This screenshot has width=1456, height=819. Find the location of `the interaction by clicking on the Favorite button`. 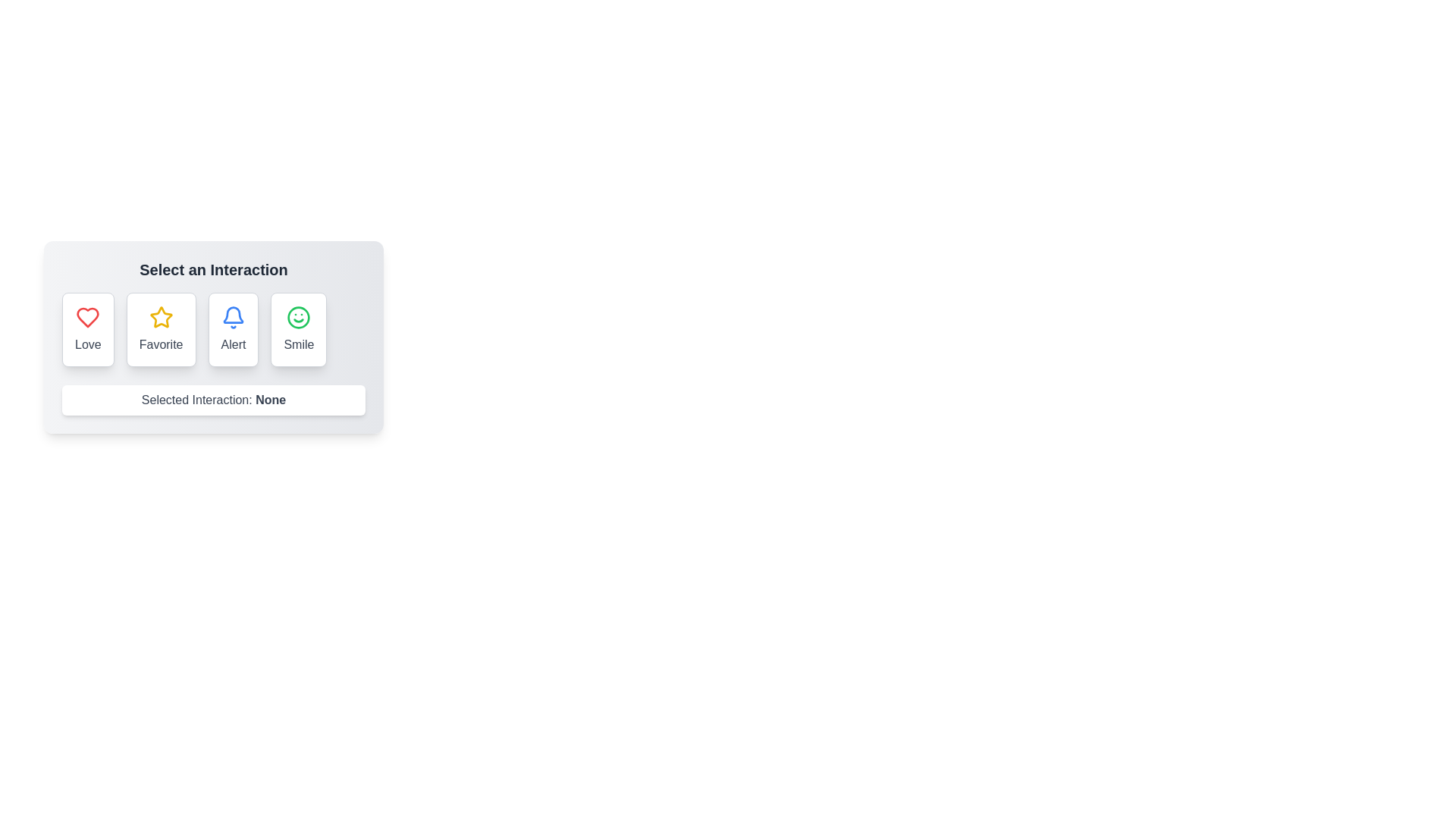

the interaction by clicking on the Favorite button is located at coordinates (160, 329).